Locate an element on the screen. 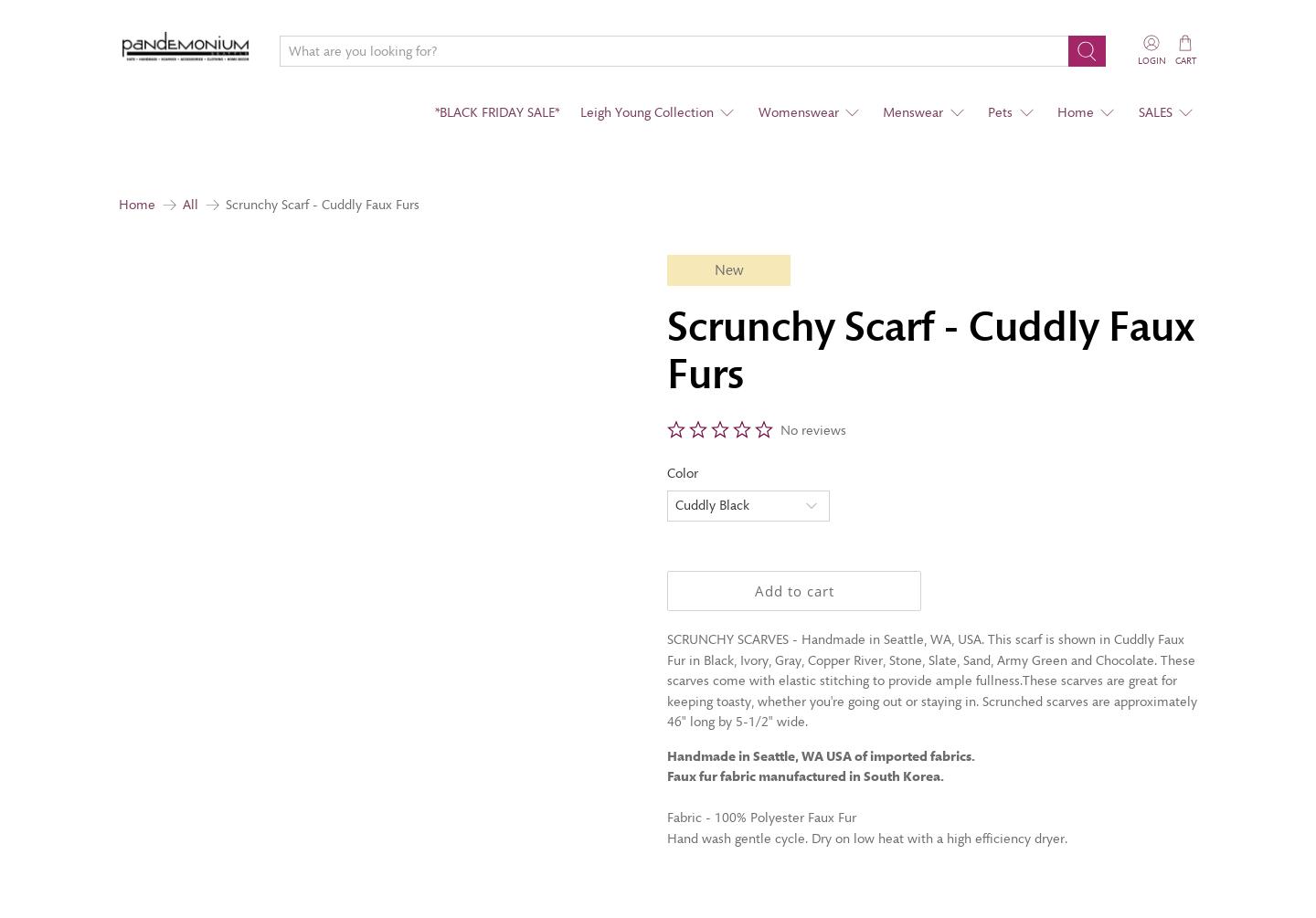 The width and height of the screenshot is (1316, 918). 'SCRUNCHY SCARVES - Handmade in Seattle, WA, USA. This scarf is shown in Cuddly Faux Fur in Black, Ivory, Gray, Copper River, Stone, Slate, Sand, Army Green and Chocolate. These scarves come with elastic stitching to provide ample fullness' is located at coordinates (929, 659).